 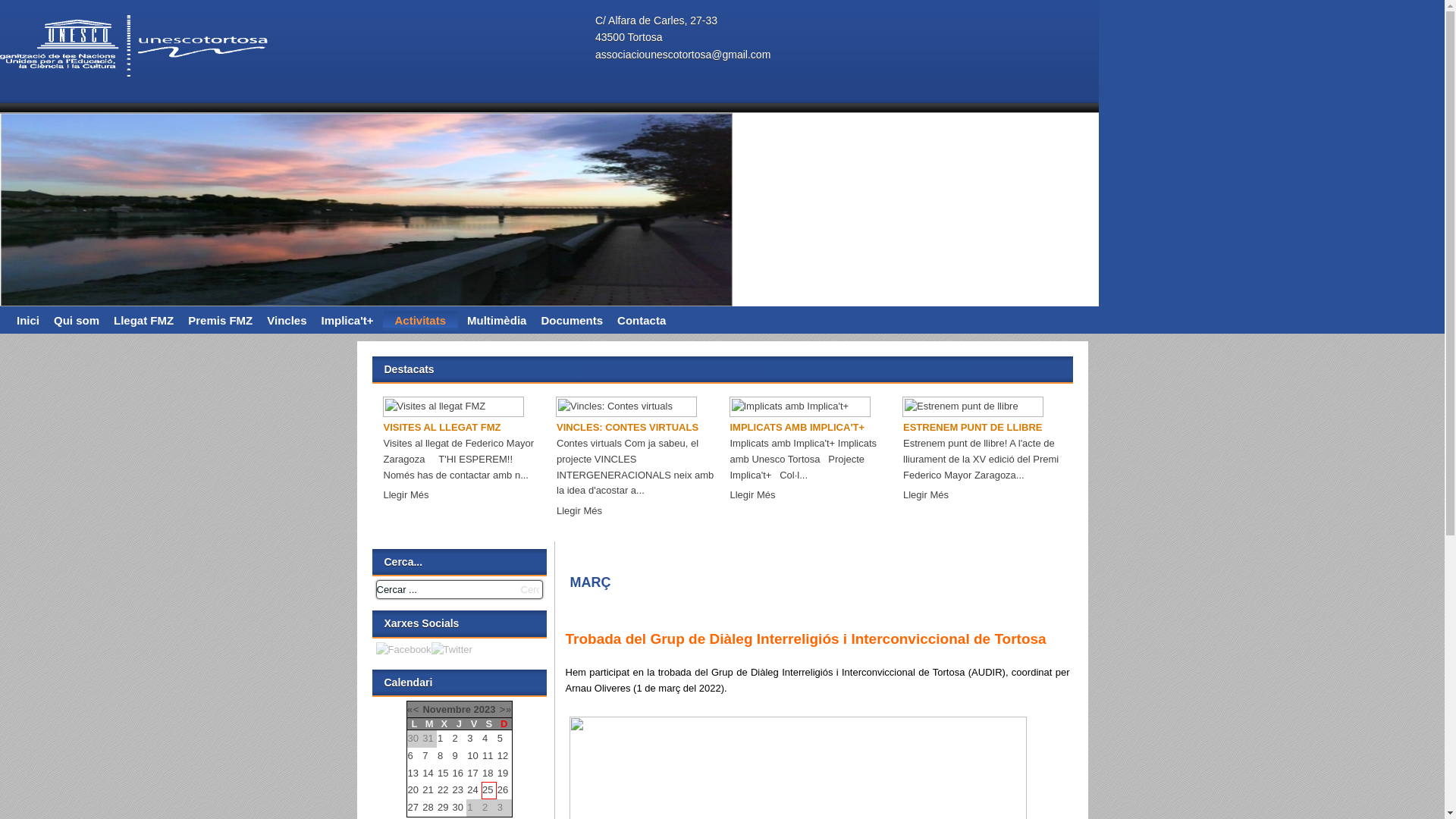 What do you see at coordinates (529, 588) in the screenshot?
I see `'Cercar'` at bounding box center [529, 588].